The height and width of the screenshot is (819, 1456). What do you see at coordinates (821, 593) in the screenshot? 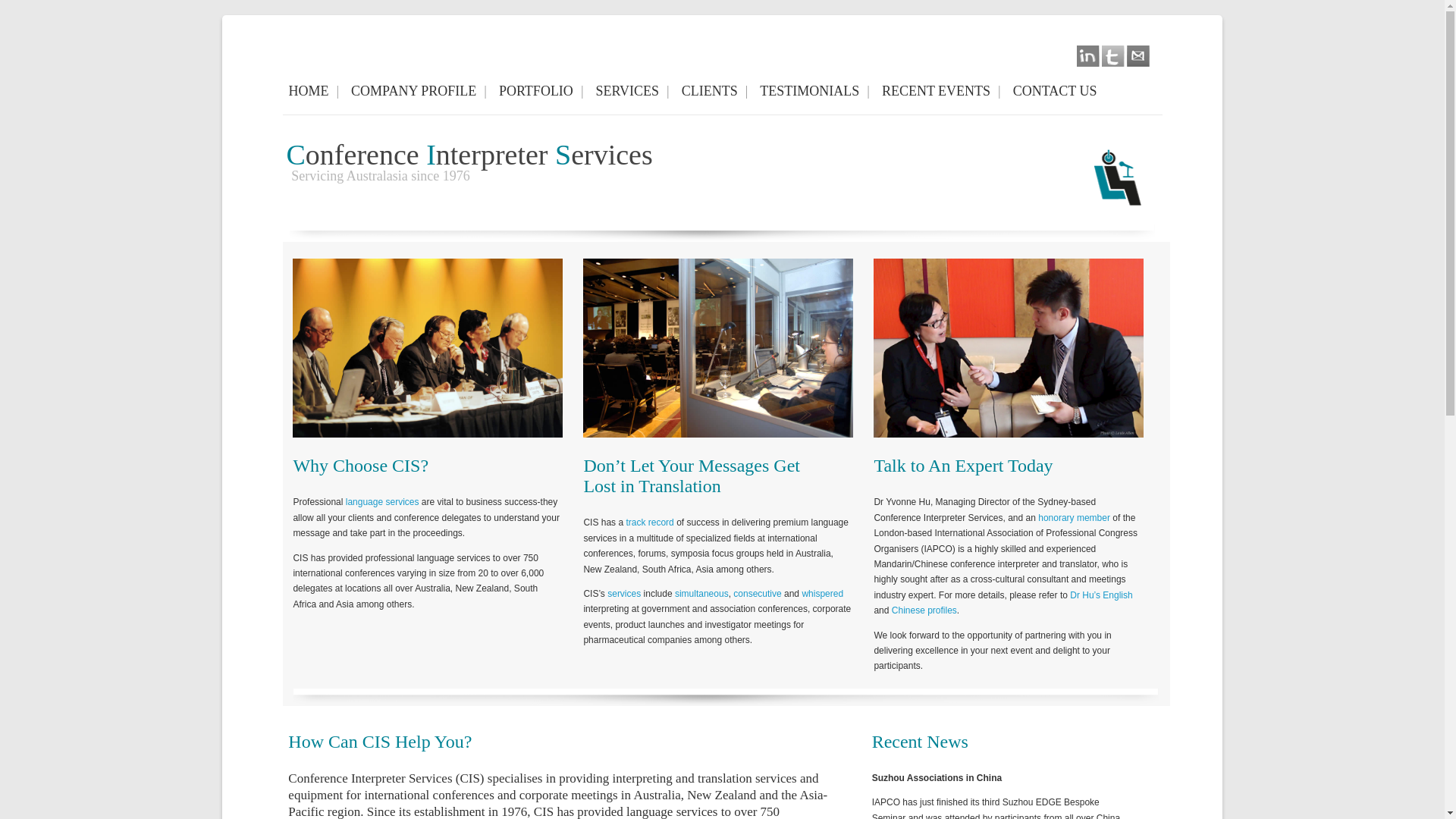
I see `'whispered'` at bounding box center [821, 593].